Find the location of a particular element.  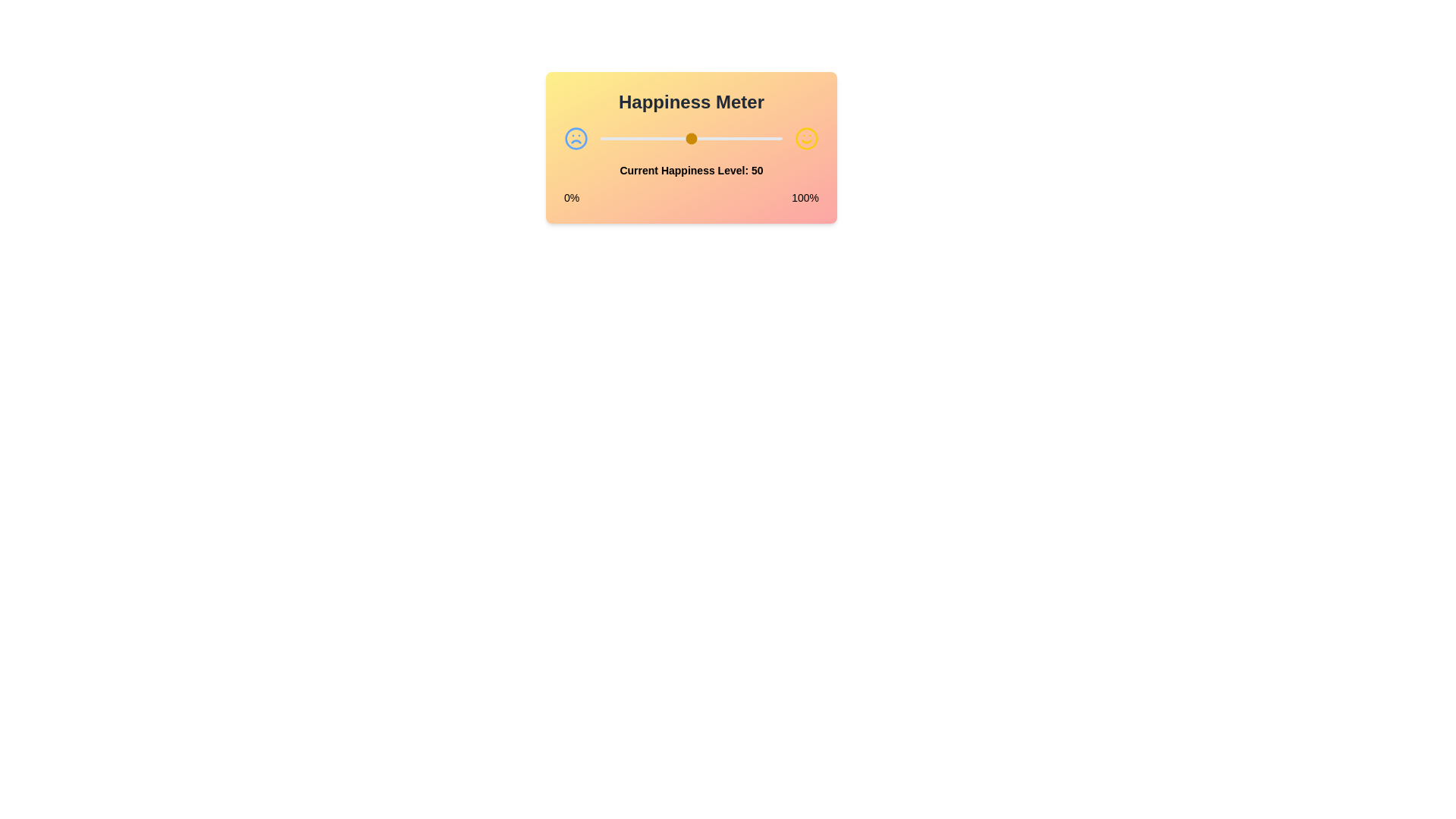

the happiness level to 12 by dragging the slider is located at coordinates (622, 138).